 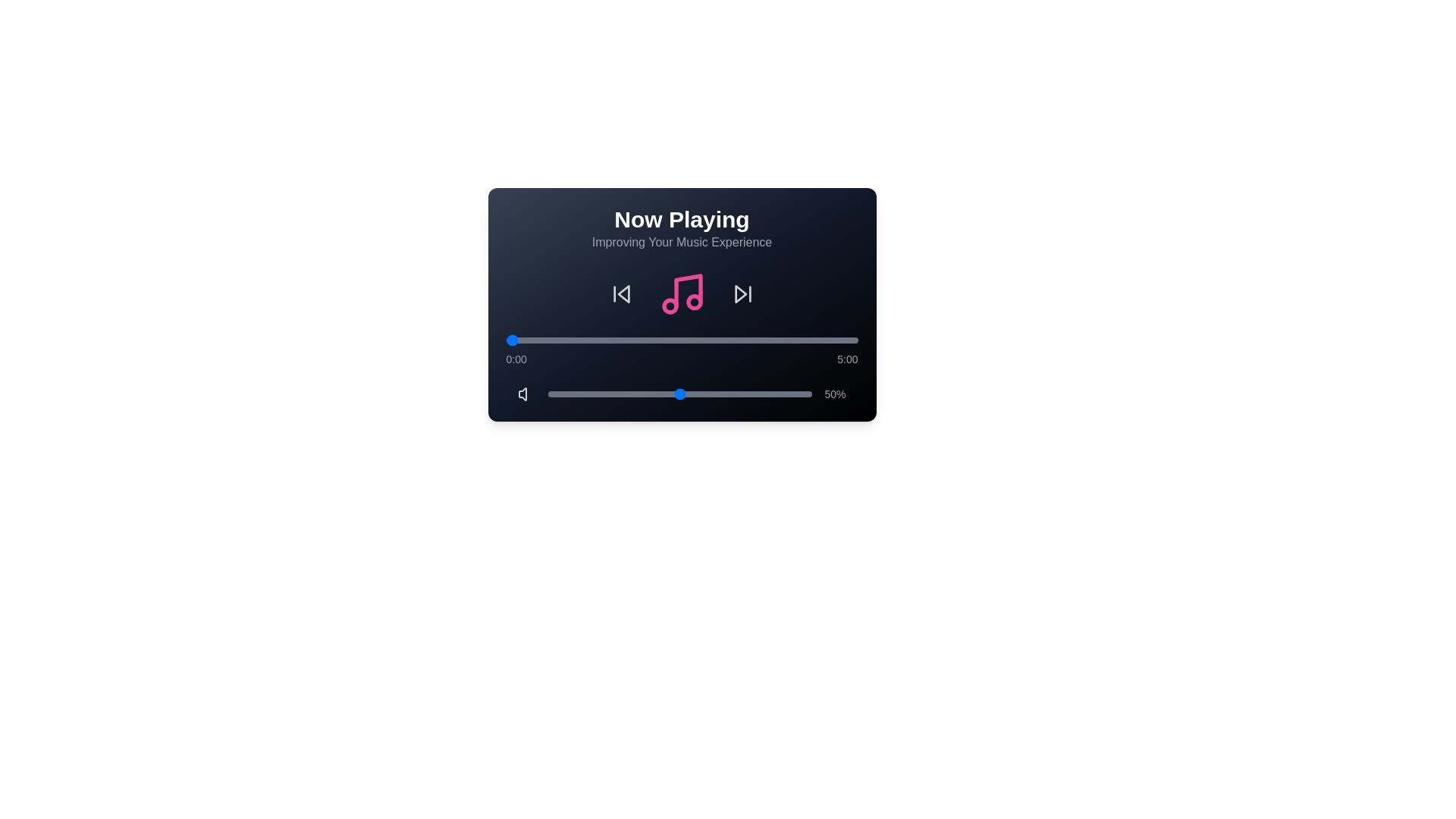 What do you see at coordinates (624, 339) in the screenshot?
I see `the playback progress to 101 seconds` at bounding box center [624, 339].